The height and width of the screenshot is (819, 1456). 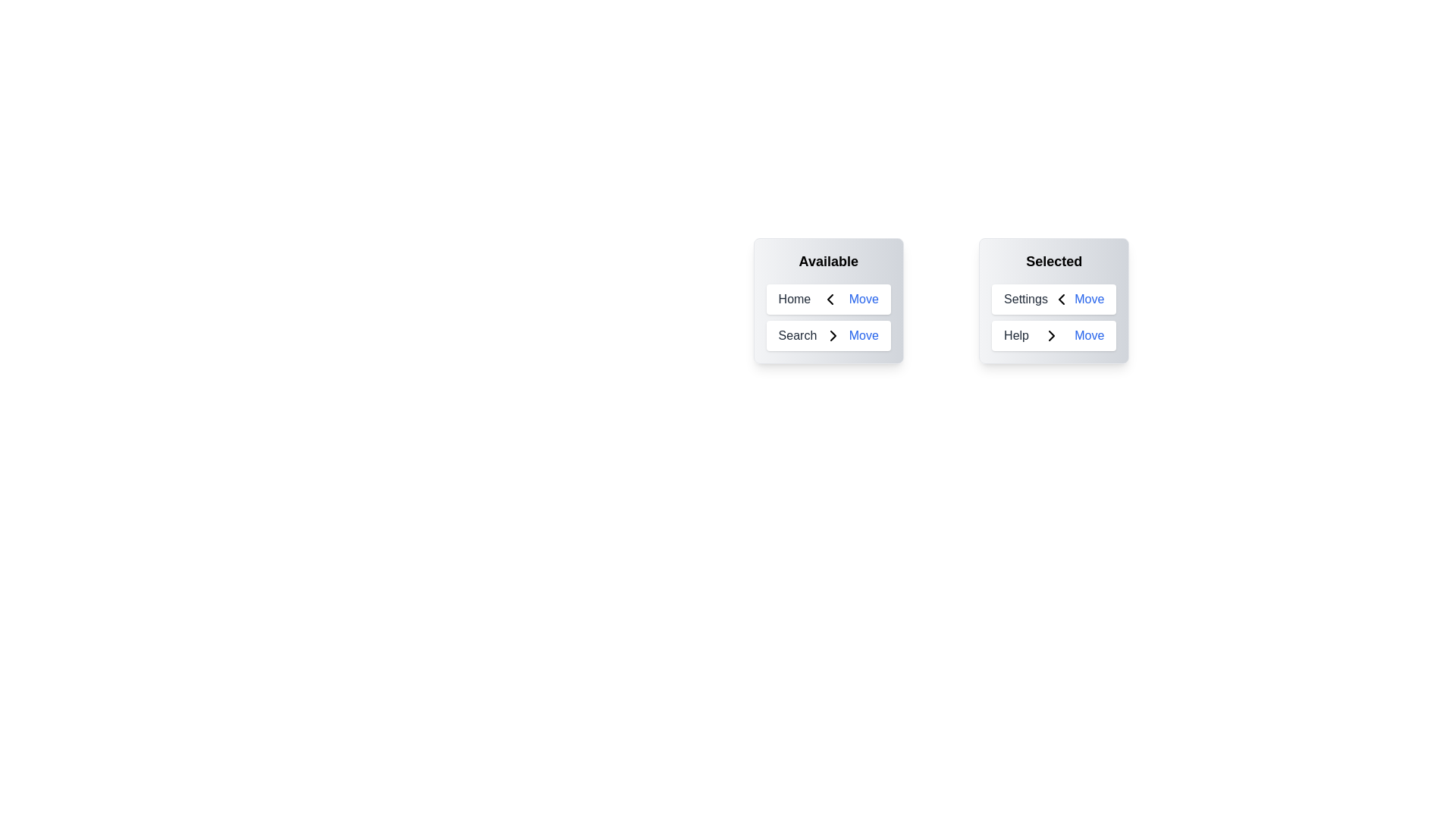 I want to click on 'Move' button next to the item 'Help' in the 'Selected' list to transfer it, so click(x=1088, y=335).